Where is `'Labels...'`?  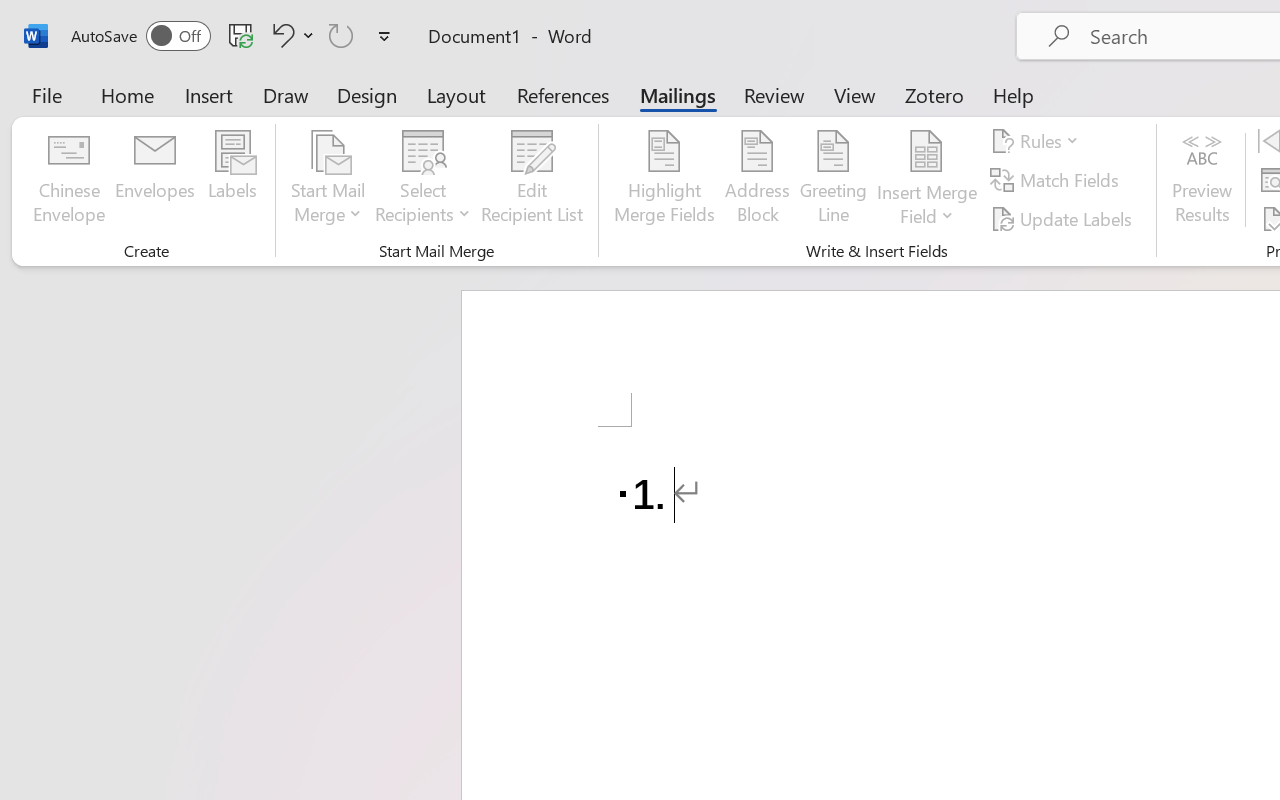 'Labels...' is located at coordinates (232, 179).